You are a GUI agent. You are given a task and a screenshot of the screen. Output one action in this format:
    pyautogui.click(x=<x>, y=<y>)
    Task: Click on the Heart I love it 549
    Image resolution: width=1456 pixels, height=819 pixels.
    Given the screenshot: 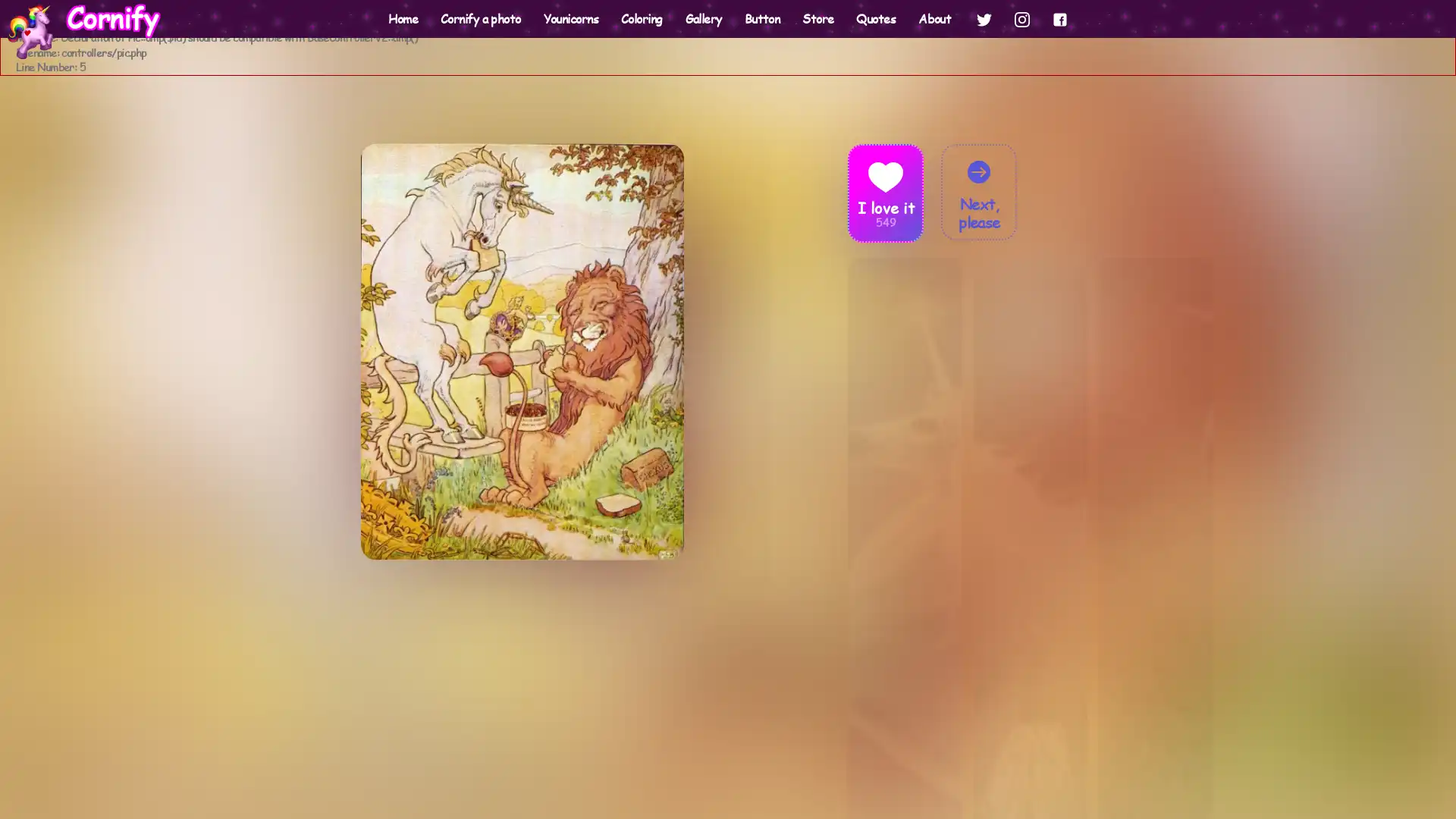 What is the action you would take?
    pyautogui.click(x=885, y=192)
    